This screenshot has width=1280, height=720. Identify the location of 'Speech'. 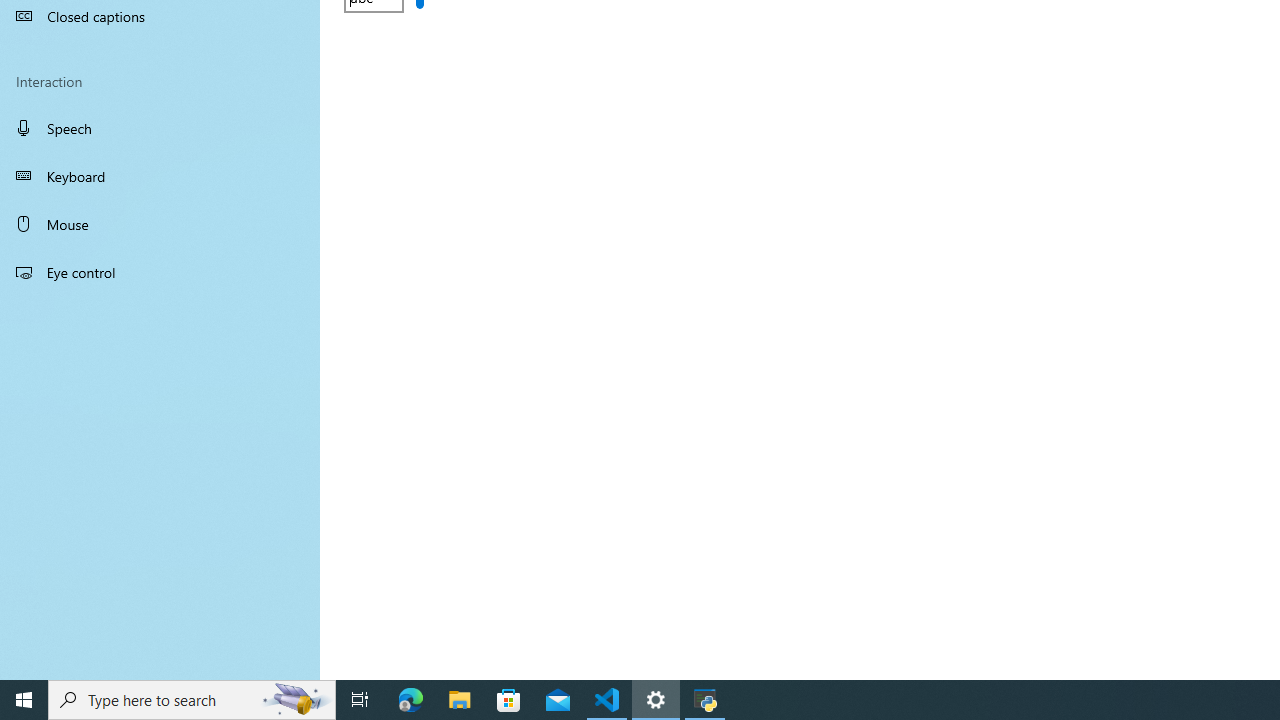
(160, 127).